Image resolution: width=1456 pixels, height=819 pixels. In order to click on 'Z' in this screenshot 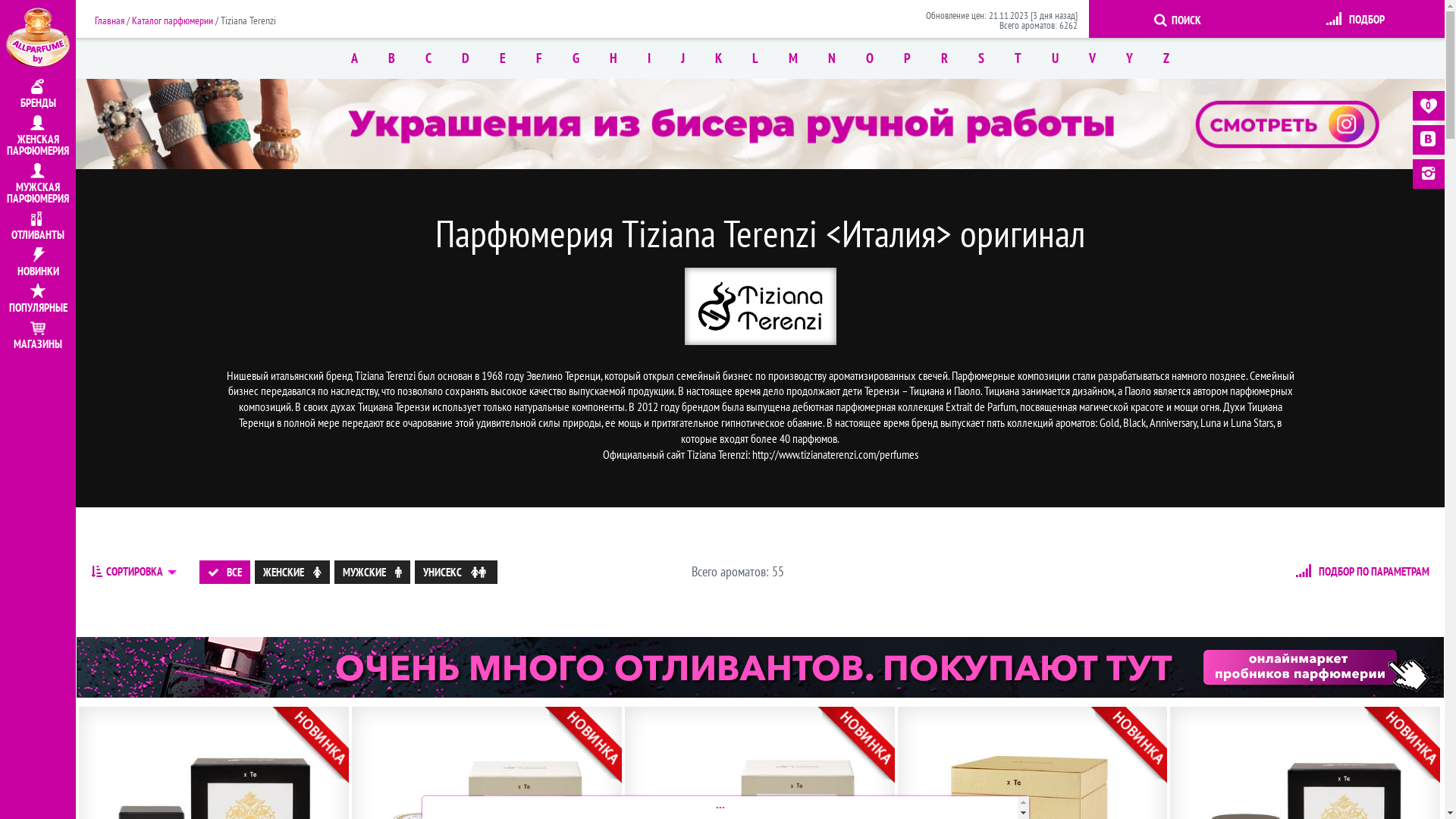, I will do `click(1165, 58)`.